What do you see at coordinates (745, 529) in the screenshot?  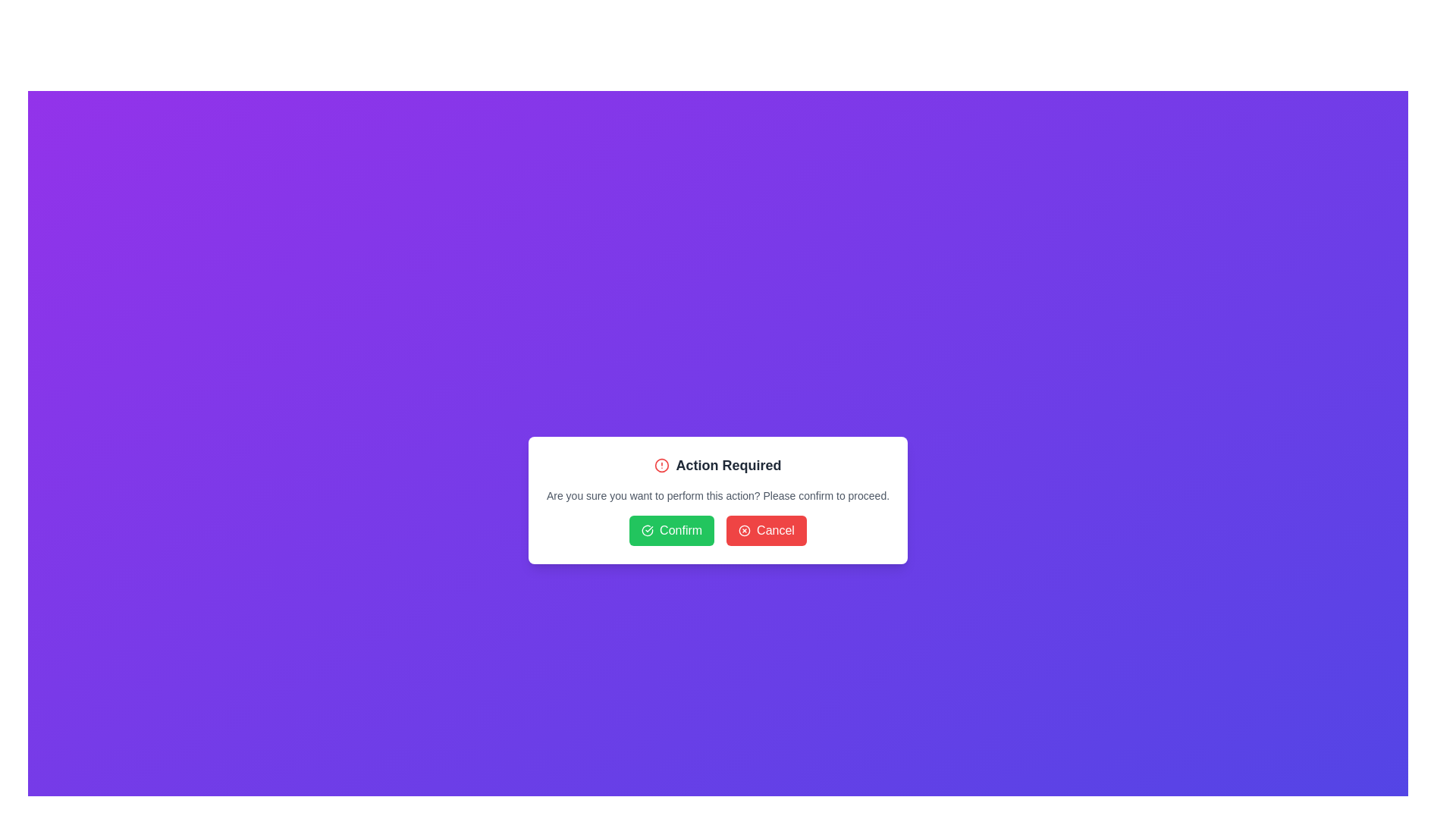 I see `the cancellation icon embedded in the 'Cancel' button, which is positioned to the left of the red text 'Cancel'` at bounding box center [745, 529].